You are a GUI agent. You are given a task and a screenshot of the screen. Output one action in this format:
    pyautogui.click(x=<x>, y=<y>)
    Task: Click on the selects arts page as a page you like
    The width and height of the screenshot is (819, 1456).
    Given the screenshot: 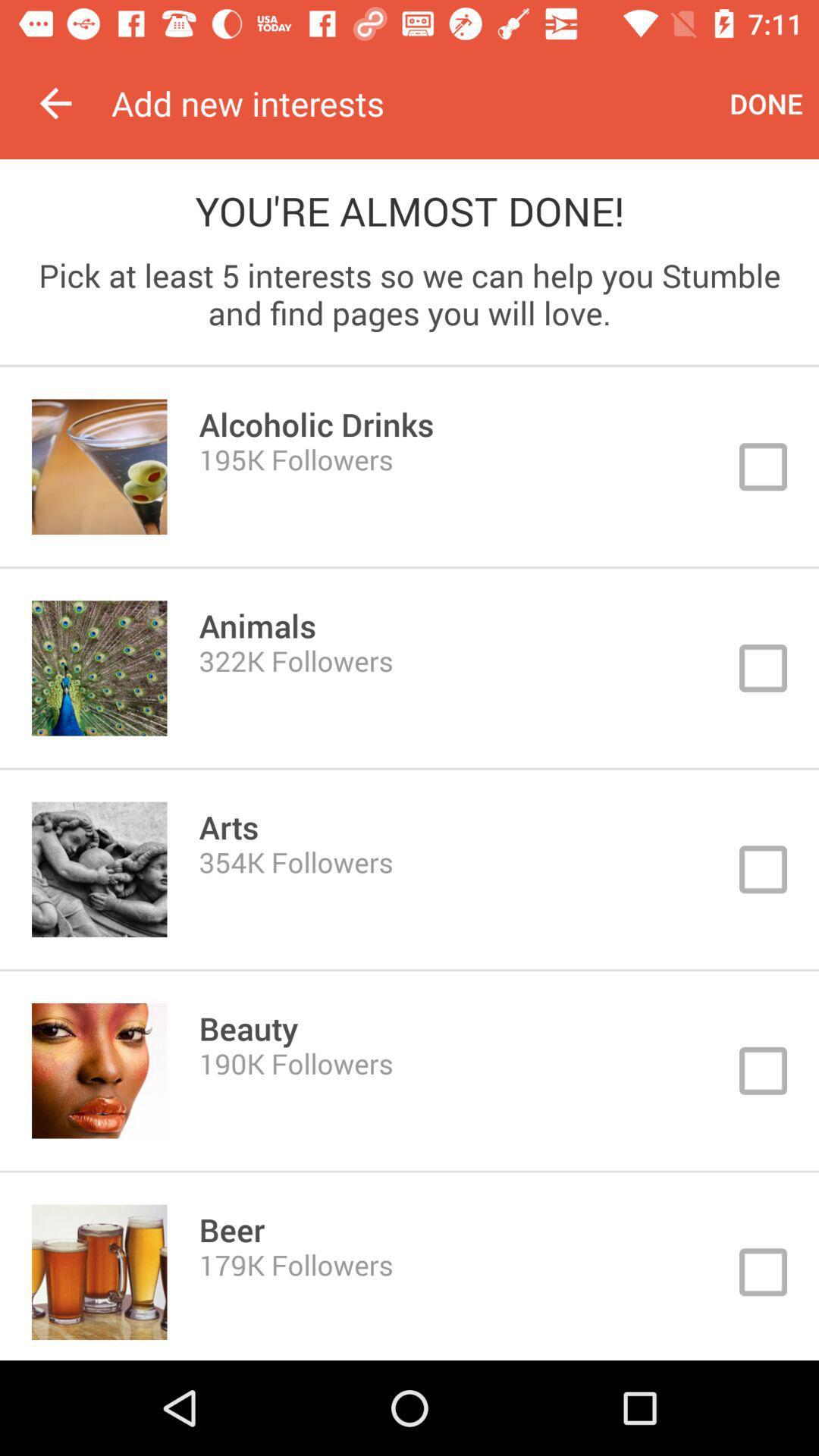 What is the action you would take?
    pyautogui.click(x=409, y=869)
    